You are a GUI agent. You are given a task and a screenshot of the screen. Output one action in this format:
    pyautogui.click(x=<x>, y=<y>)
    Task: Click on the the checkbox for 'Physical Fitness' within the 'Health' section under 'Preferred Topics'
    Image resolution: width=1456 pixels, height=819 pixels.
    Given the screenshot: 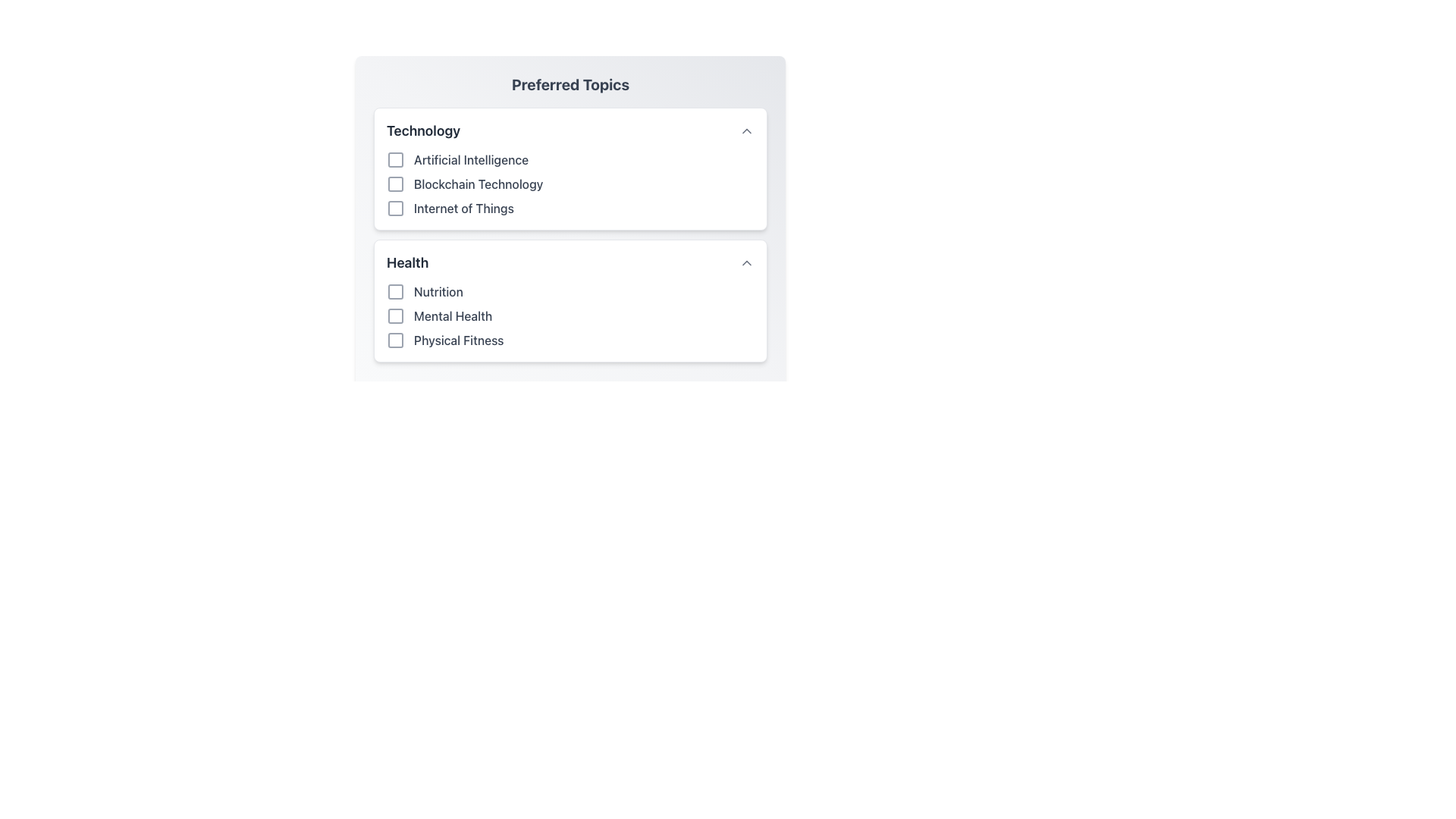 What is the action you would take?
    pyautogui.click(x=396, y=339)
    